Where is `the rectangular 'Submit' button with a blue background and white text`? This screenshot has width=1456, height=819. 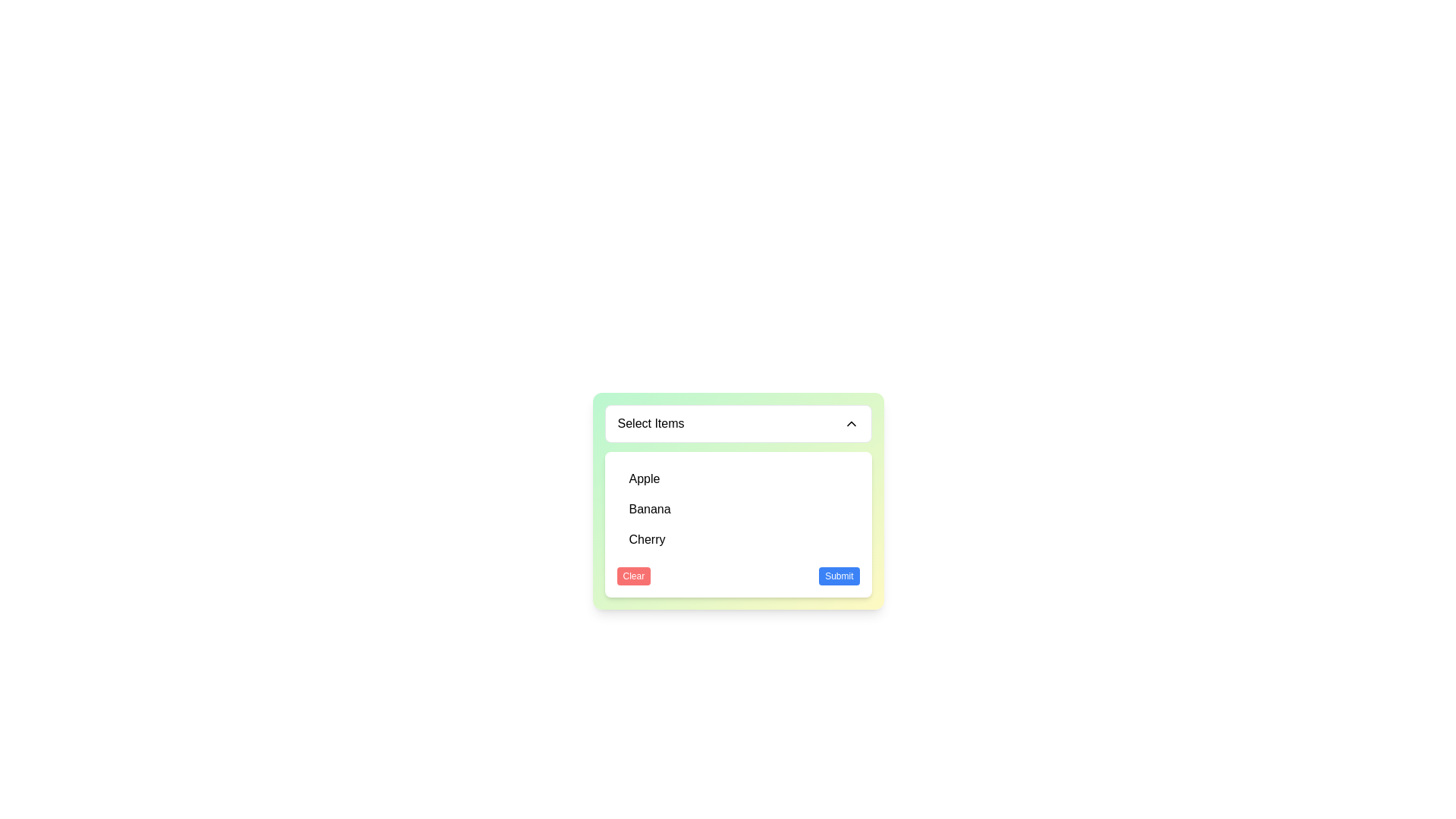 the rectangular 'Submit' button with a blue background and white text is located at coordinates (838, 576).